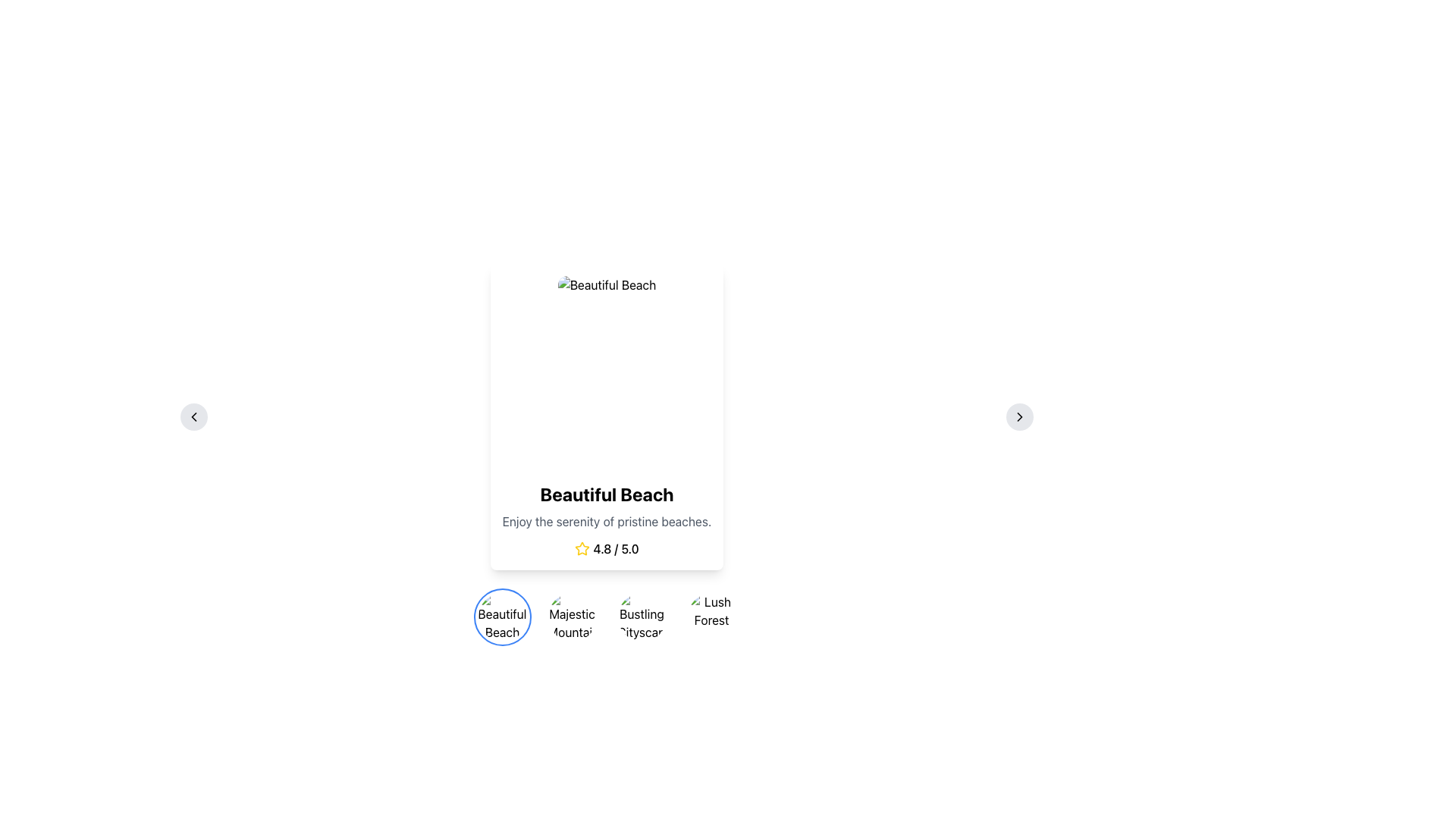 The height and width of the screenshot is (819, 1456). I want to click on the leftward-pointing chevron arrow icon, so click(193, 417).